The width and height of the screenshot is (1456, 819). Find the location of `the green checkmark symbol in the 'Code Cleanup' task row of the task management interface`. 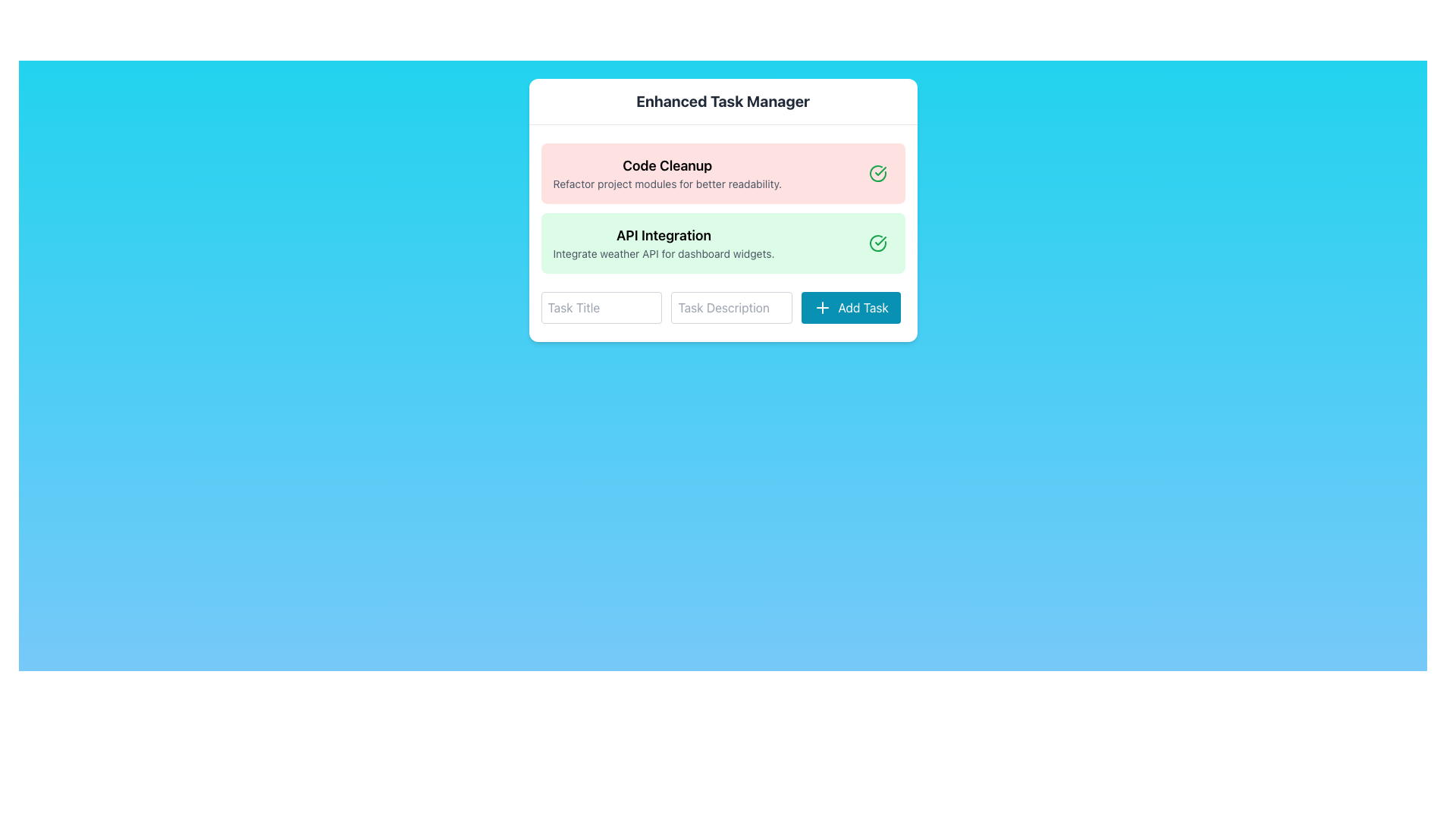

the green checkmark symbol in the 'Code Cleanup' task row of the task management interface is located at coordinates (880, 240).